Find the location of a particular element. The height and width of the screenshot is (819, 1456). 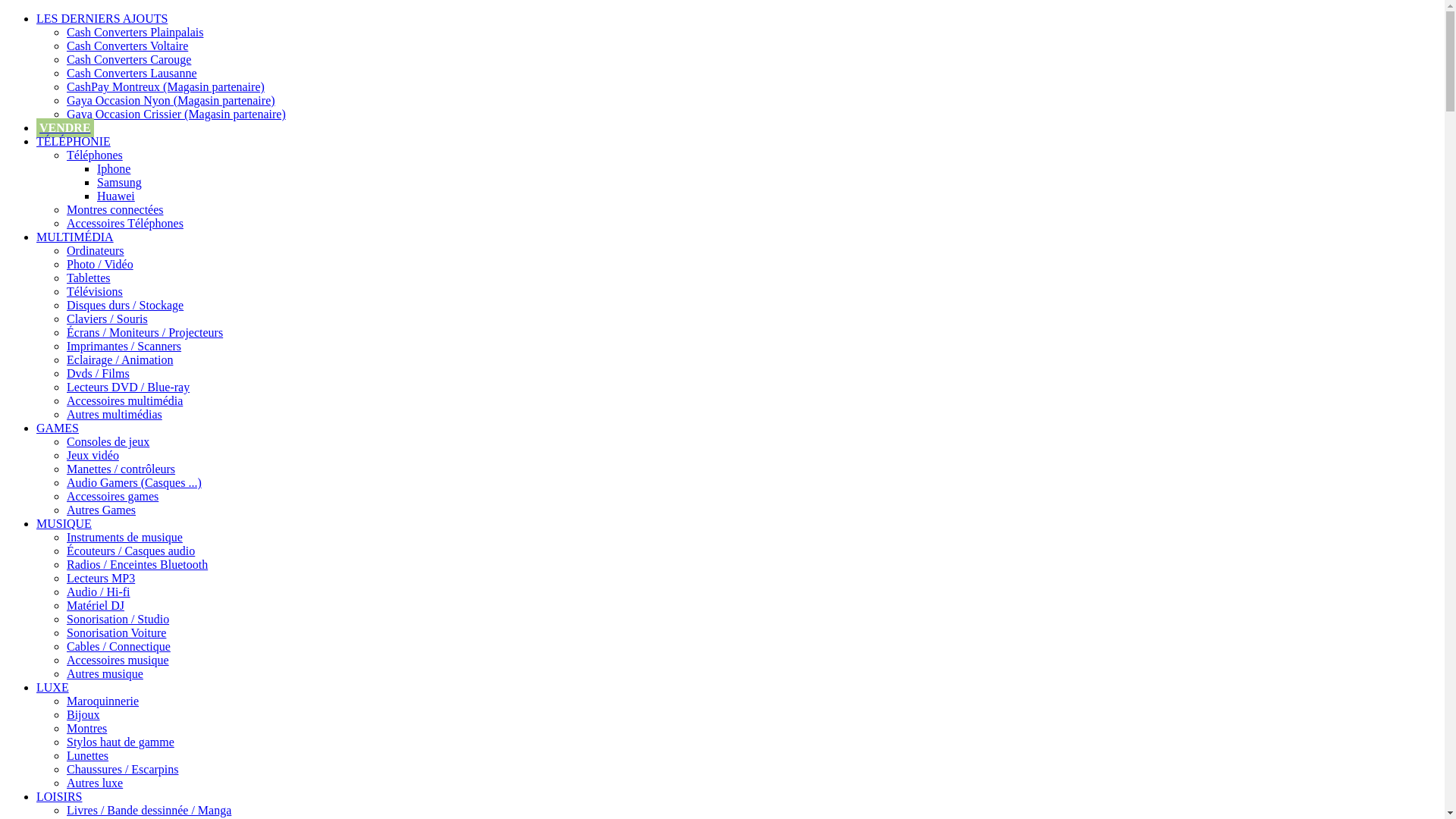

'Radios / Enceintes Bluetooth' is located at coordinates (65, 564).